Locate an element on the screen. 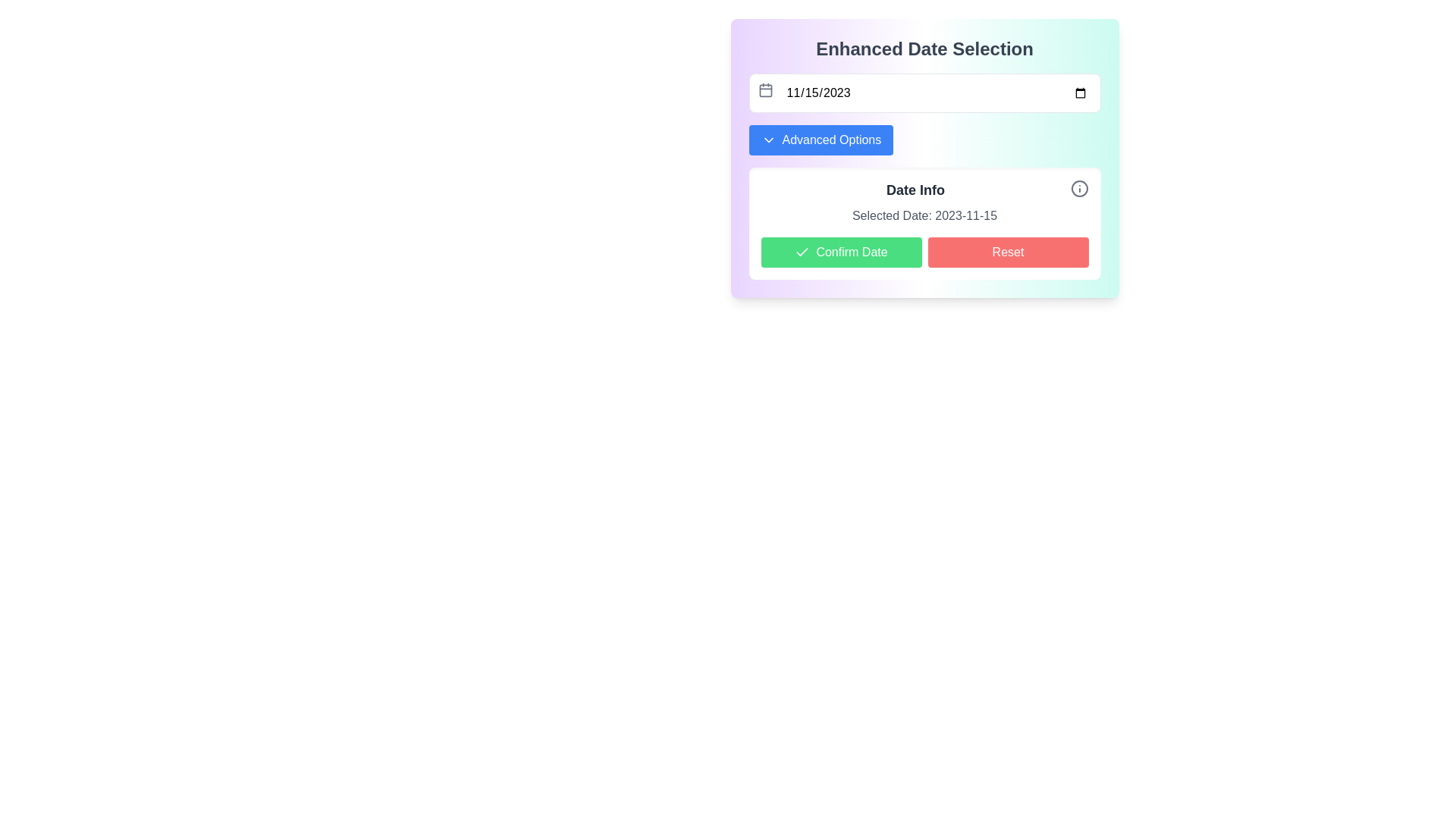 Image resolution: width=1456 pixels, height=819 pixels. the button used is located at coordinates (820, 140).